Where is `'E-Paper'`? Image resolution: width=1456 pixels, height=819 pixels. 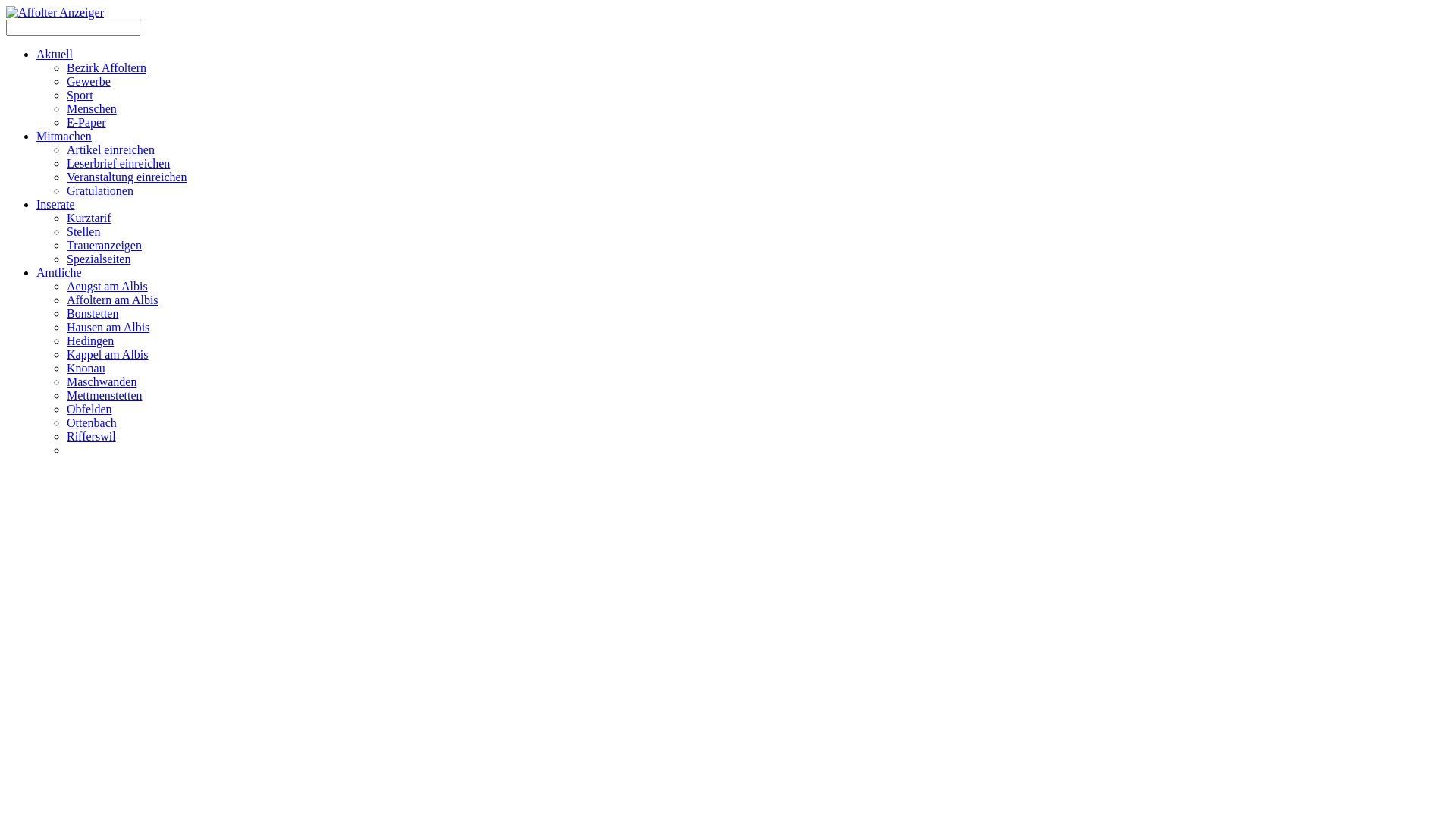 'E-Paper' is located at coordinates (65, 121).